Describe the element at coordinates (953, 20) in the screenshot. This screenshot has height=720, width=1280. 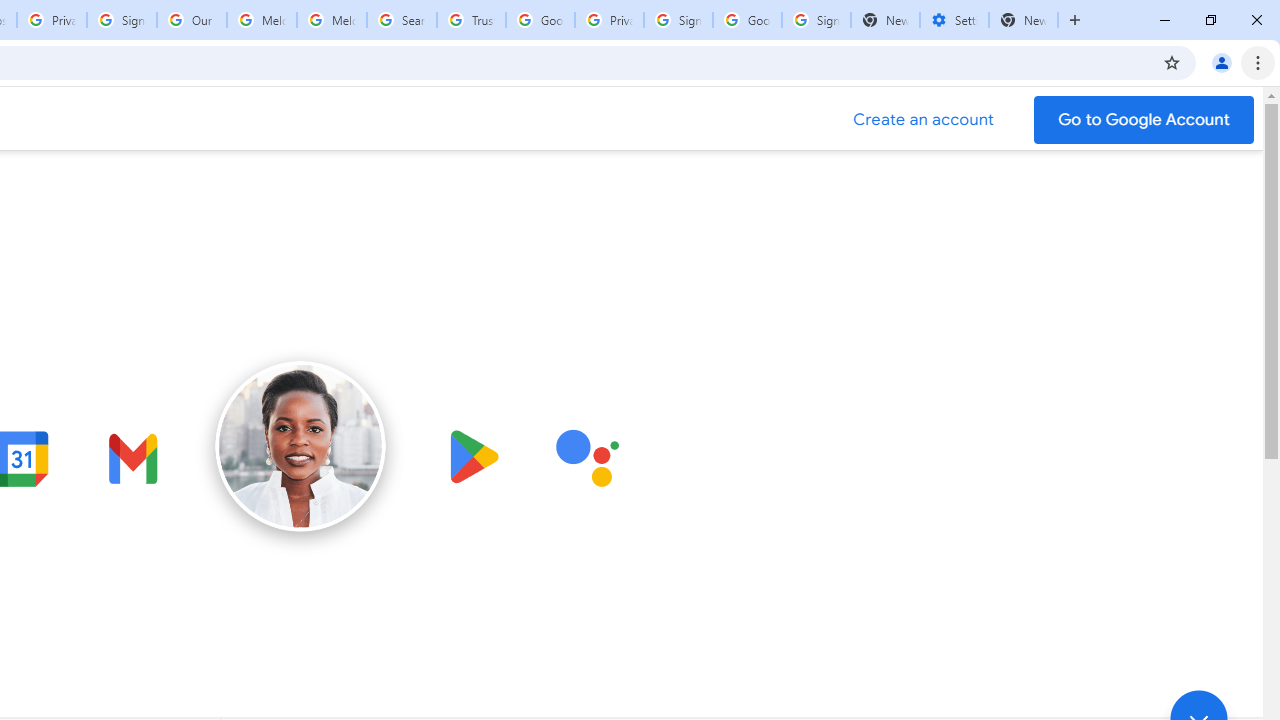
I see `'Settings - Addresses and more'` at that location.